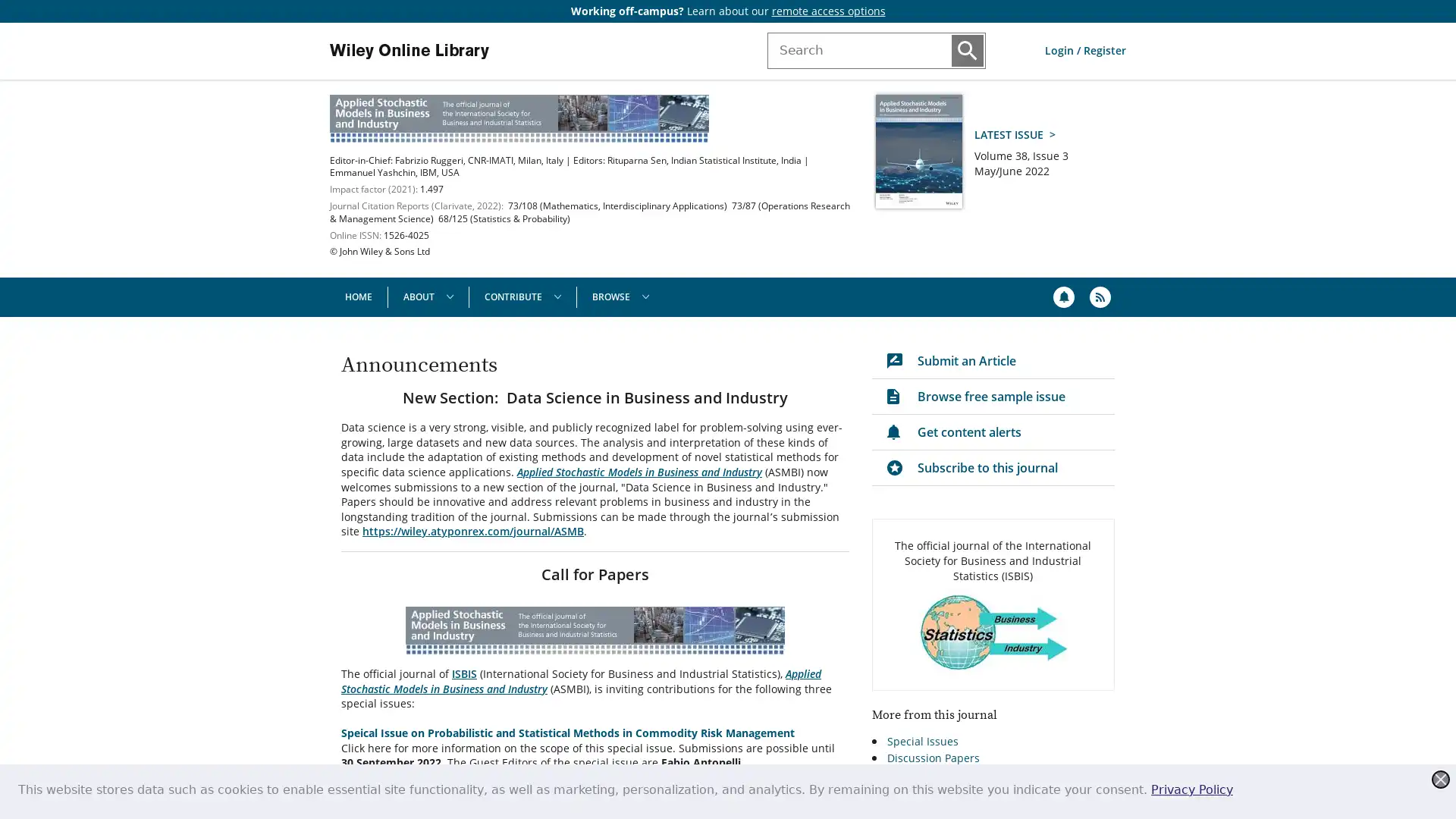 The image size is (1456, 819). I want to click on Log in or Register, so click(1084, 49).